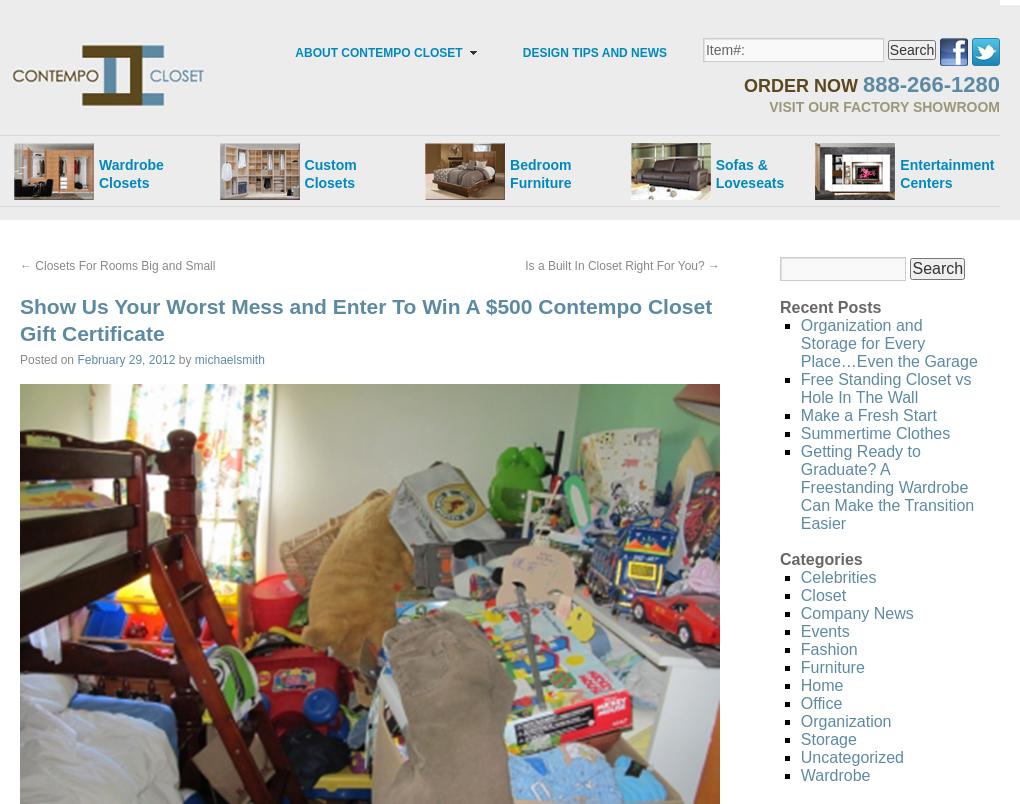  Describe the element at coordinates (741, 163) in the screenshot. I see `'Sofas &'` at that location.